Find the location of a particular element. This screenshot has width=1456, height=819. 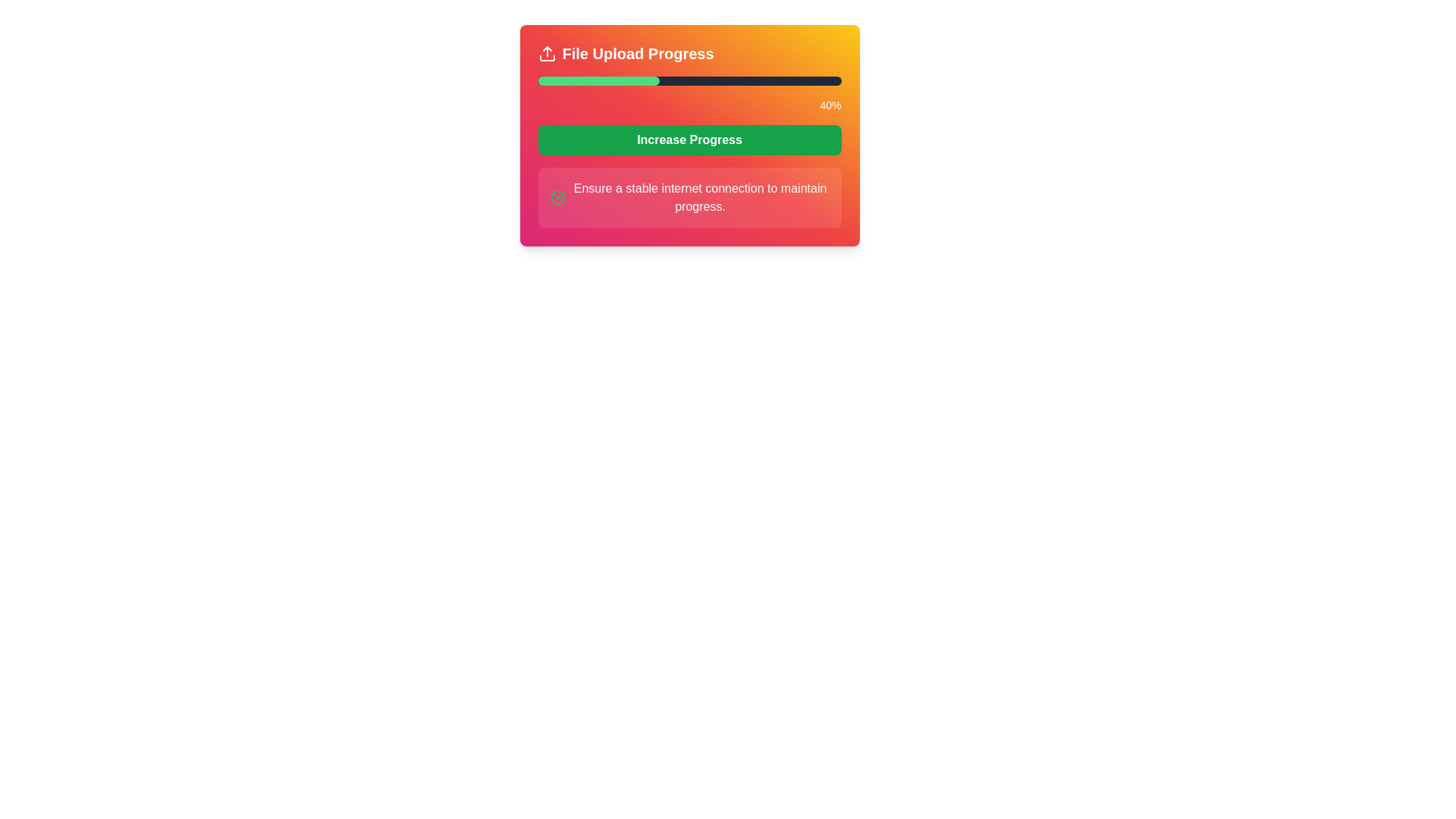

the green circle with a checkmark icon, which indicates a successful state, located to the left of the text 'Ensure a stable internet connection to maintain progress.' is located at coordinates (557, 197).